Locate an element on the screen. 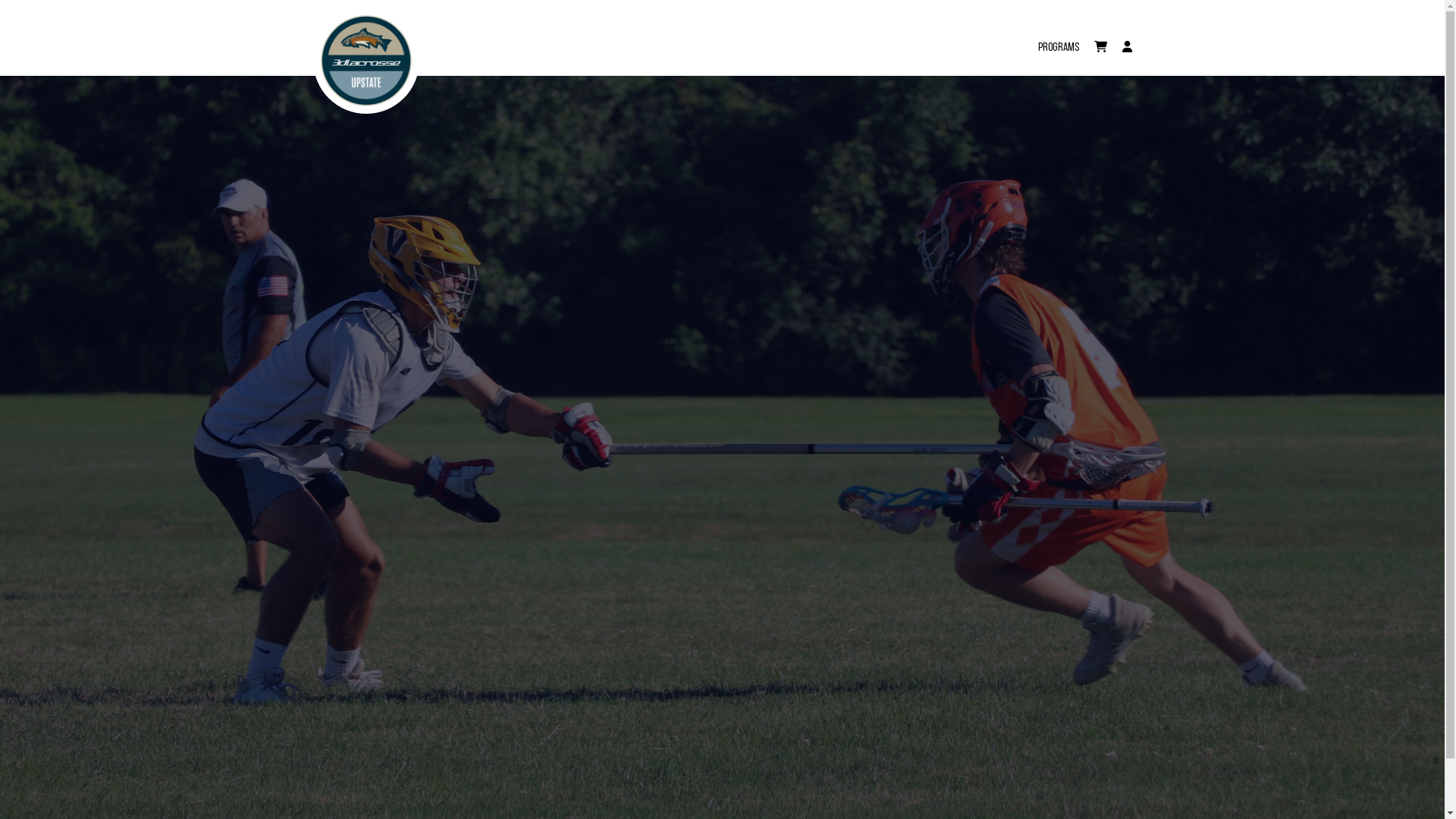  'Programs' is located at coordinates (1057, 37).